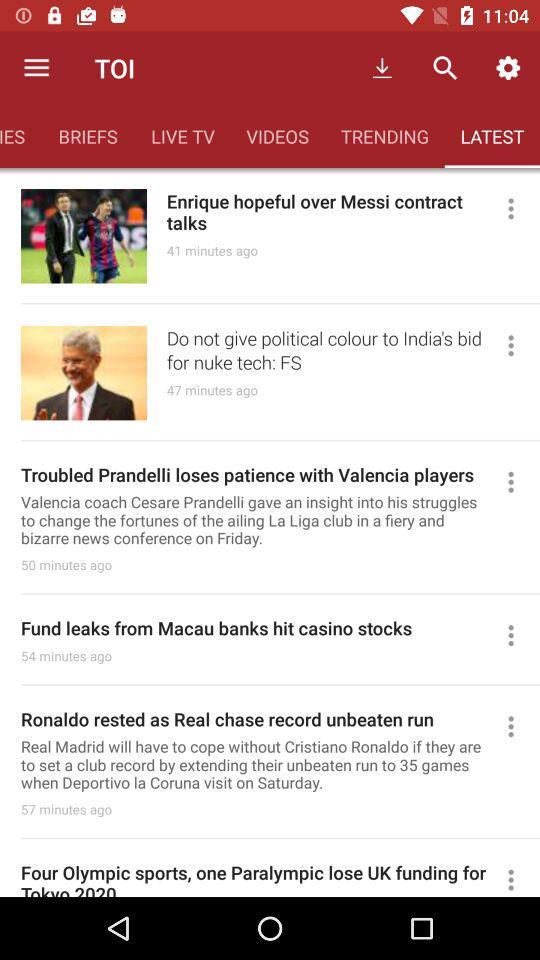  I want to click on more news, so click(519, 634).